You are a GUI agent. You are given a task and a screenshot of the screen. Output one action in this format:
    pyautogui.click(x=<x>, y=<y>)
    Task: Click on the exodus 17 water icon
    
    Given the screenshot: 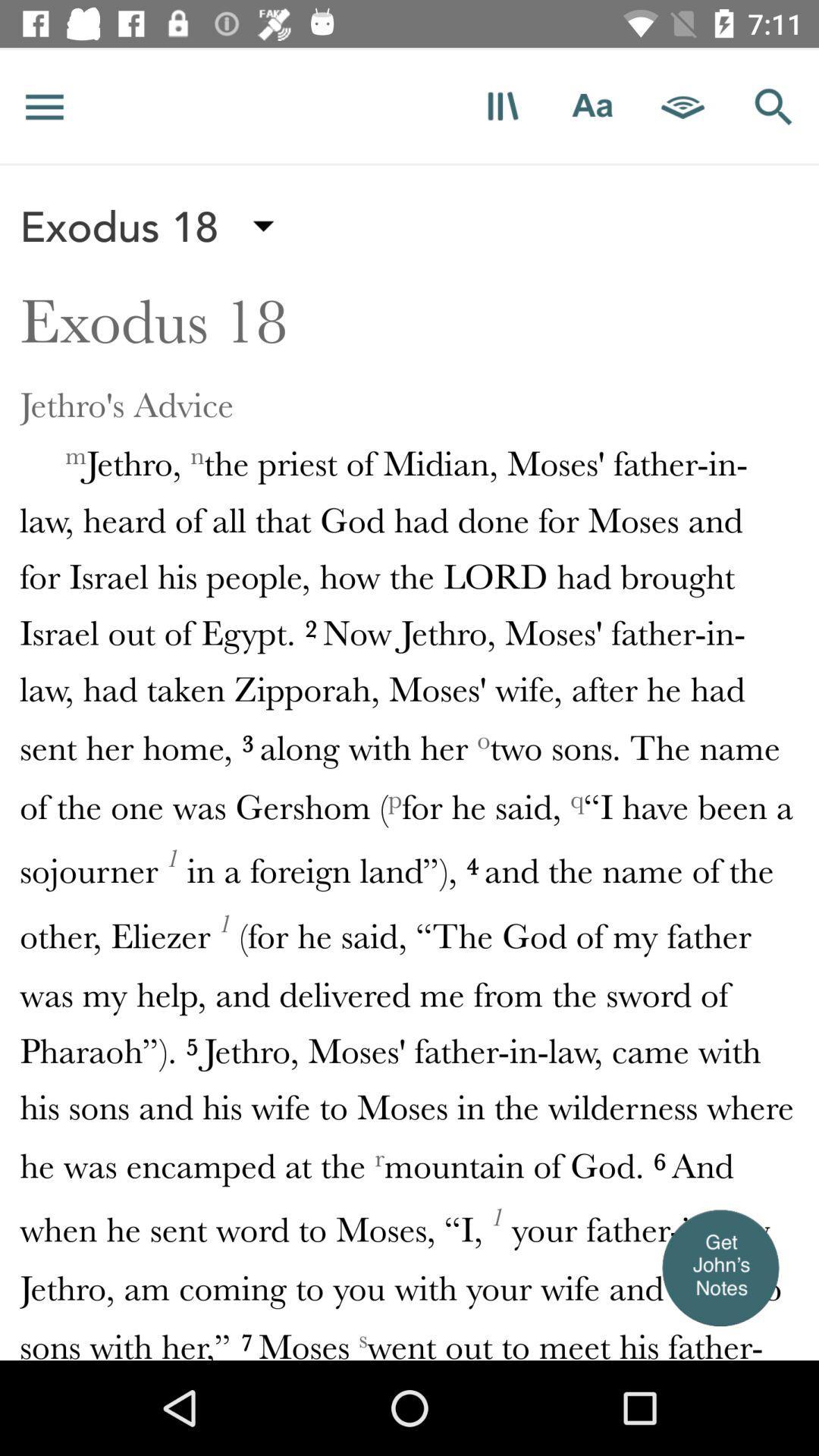 What is the action you would take?
    pyautogui.click(x=409, y=48)
    